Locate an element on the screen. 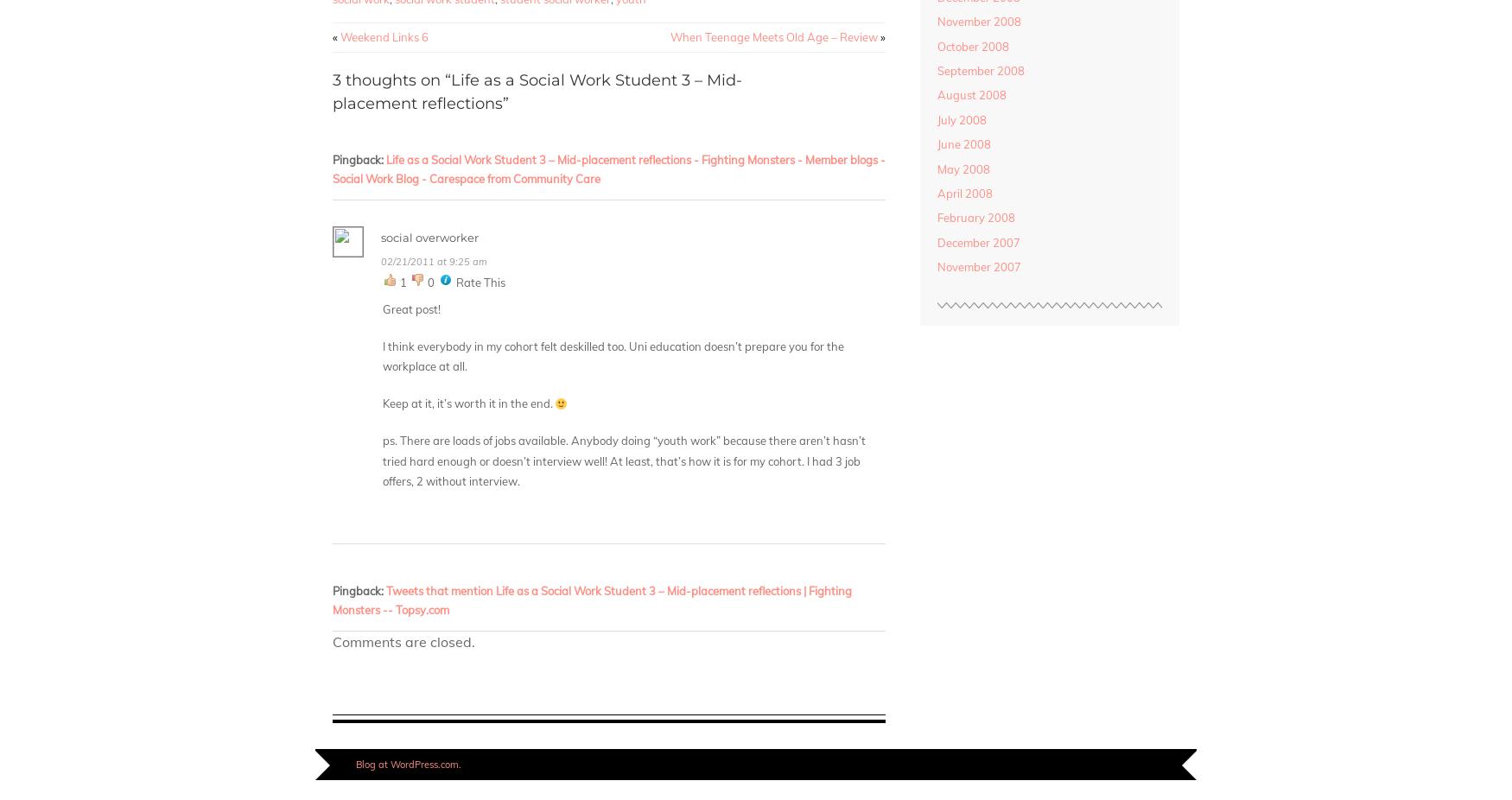 This screenshot has height=800, width=1512. '1' is located at coordinates (403, 282).